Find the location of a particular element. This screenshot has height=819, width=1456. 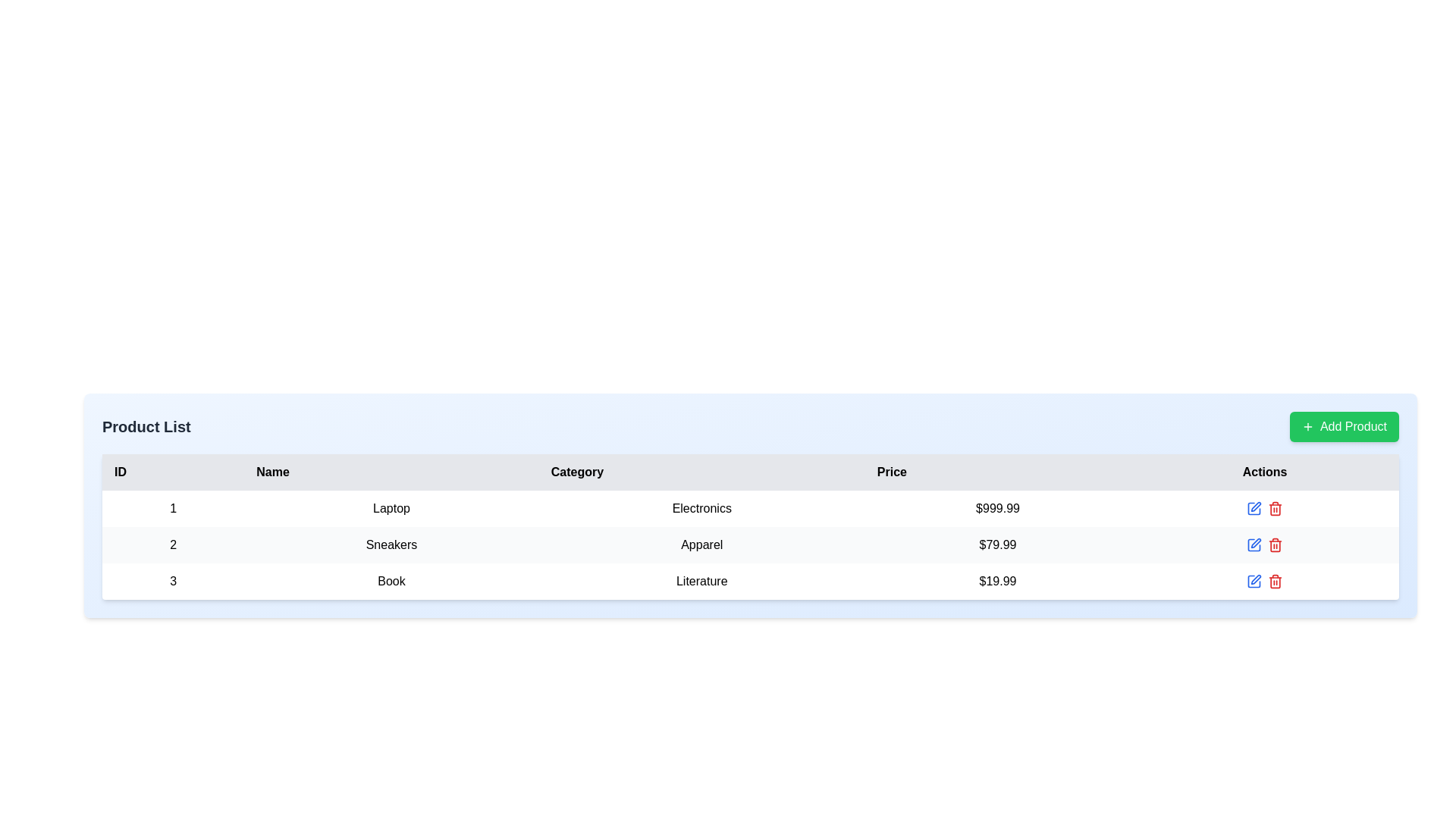

the pen-like editing icon located in the 'Actions' column of the table row for the entry named 'Book' priced at '$19.99' is located at coordinates (1256, 579).